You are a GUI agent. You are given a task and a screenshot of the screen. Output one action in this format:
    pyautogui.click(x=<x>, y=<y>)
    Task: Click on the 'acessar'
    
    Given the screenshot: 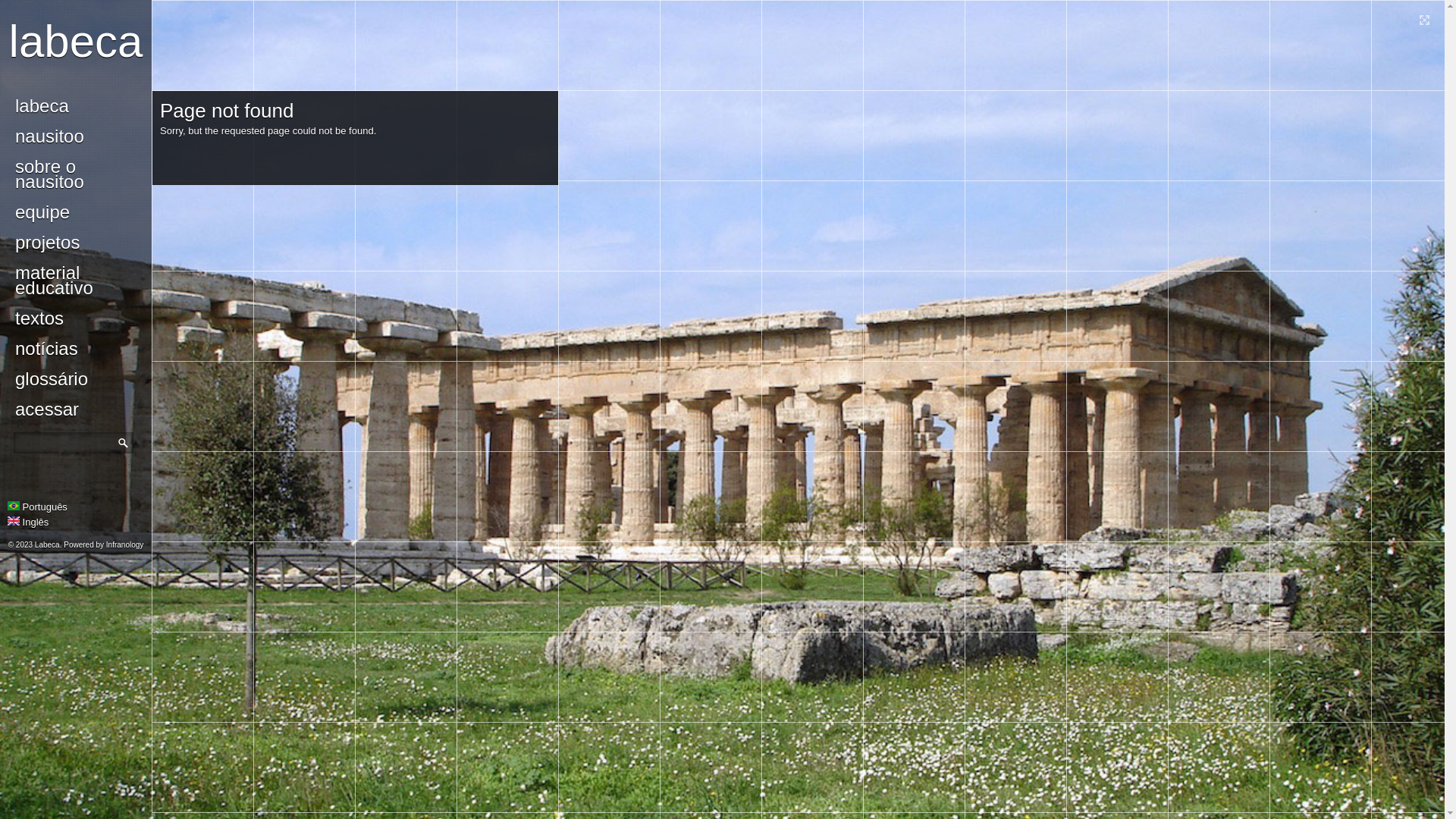 What is the action you would take?
    pyautogui.click(x=75, y=409)
    